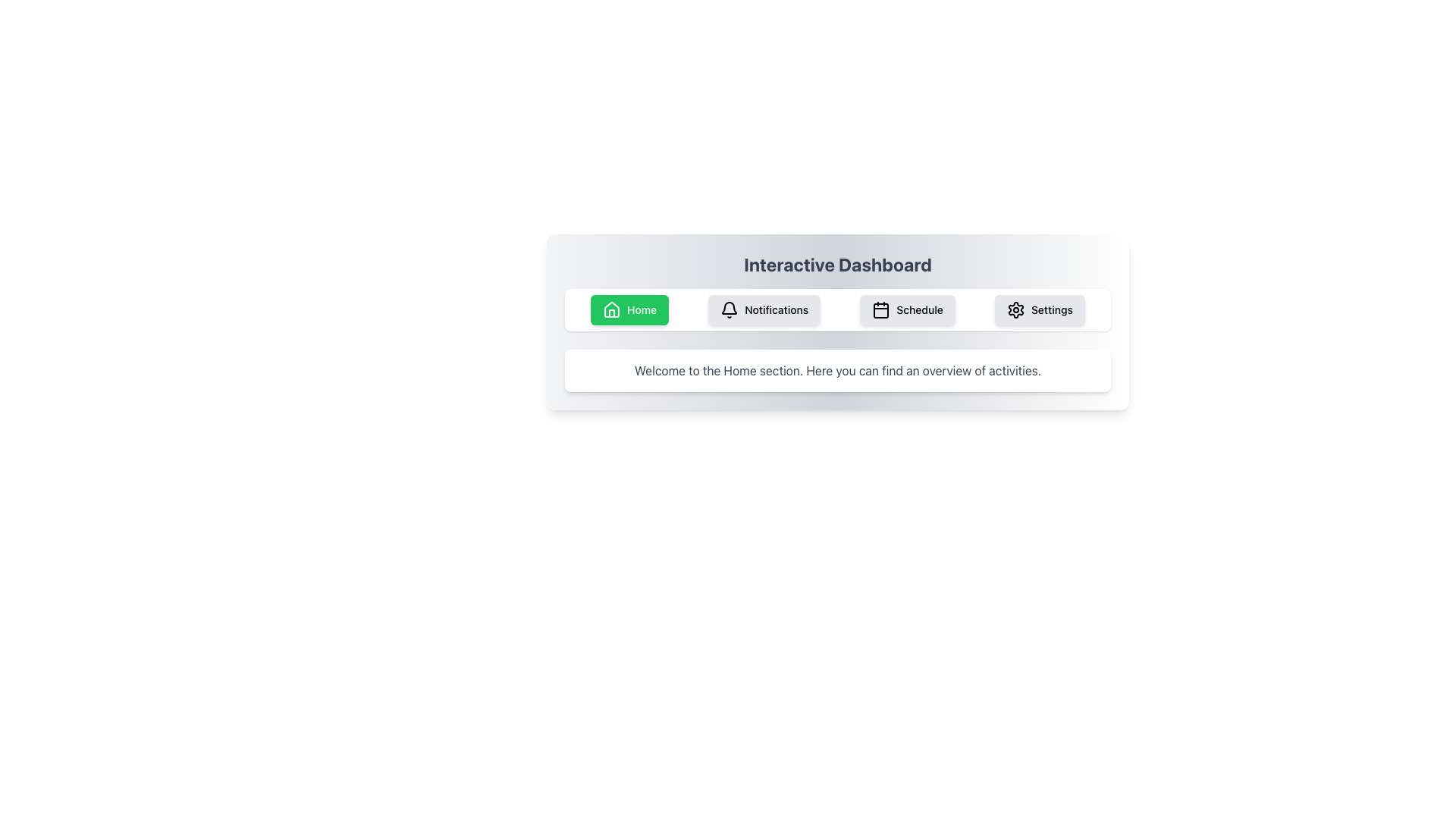 This screenshot has height=819, width=1456. I want to click on the 'Settings' button, which is the fourth and rightmost button in the horizontal group situated in the middle upper section of the interface, to observe the focus change, so click(1039, 309).